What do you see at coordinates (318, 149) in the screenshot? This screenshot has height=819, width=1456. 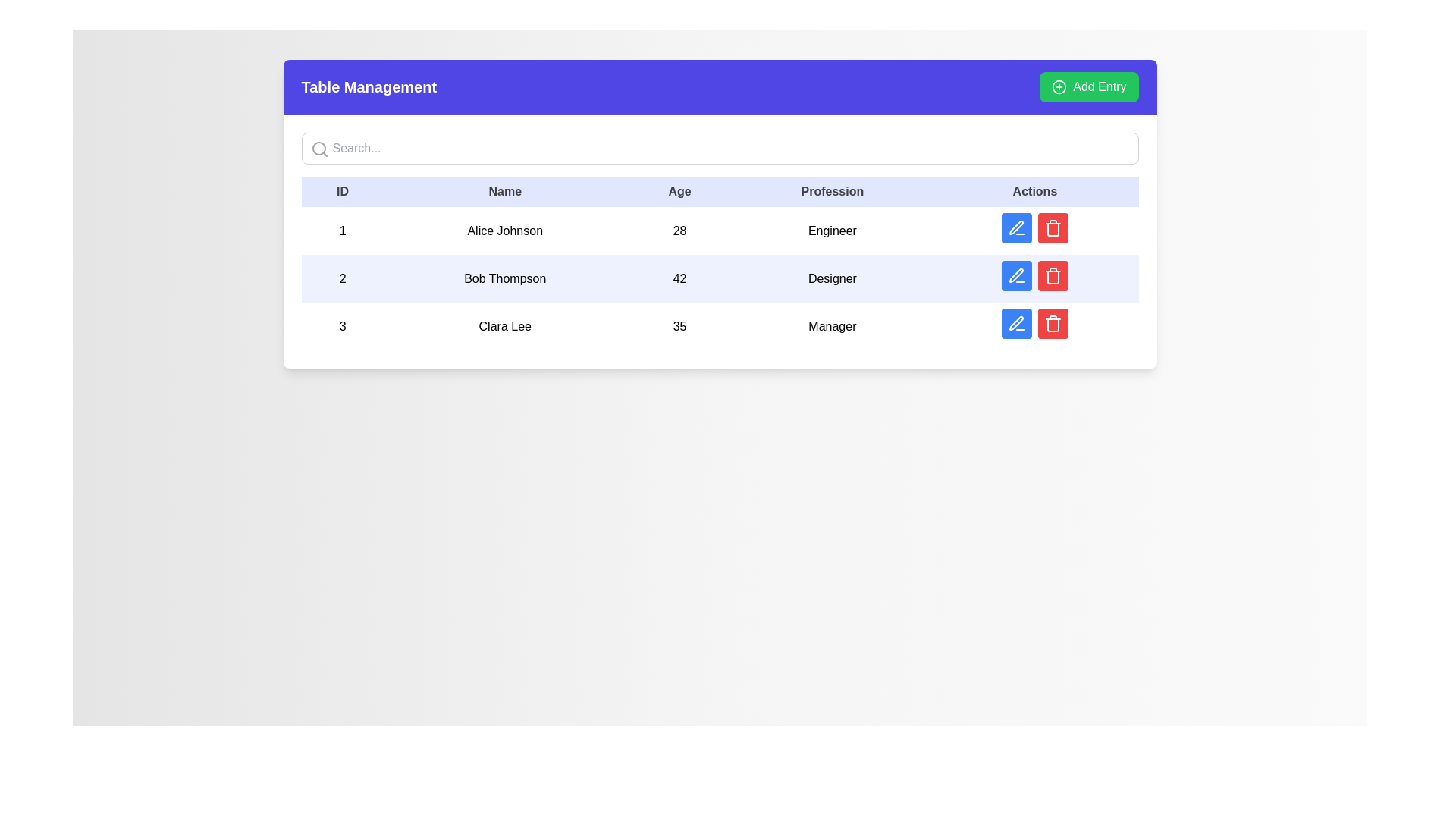 I see `the central part of the magnifying glass graphic located to the left of the search input field in the toolbar of the Table Management interface` at bounding box center [318, 149].